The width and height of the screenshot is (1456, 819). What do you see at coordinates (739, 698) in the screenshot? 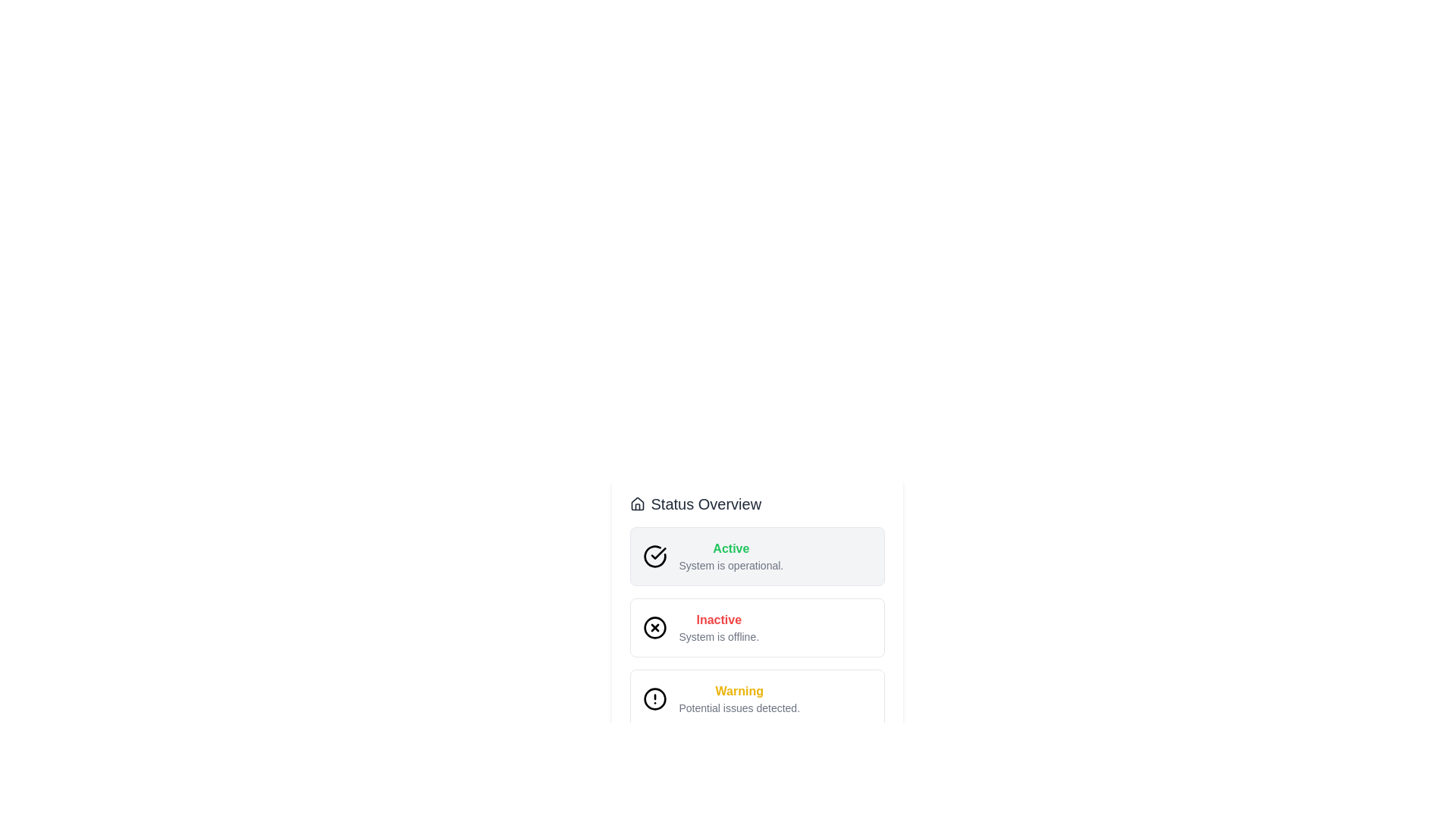
I see `the warning Text label positioned in the third row below 'Active' and 'Inactive' entries, aligned to the left of the row next to an icon` at bounding box center [739, 698].